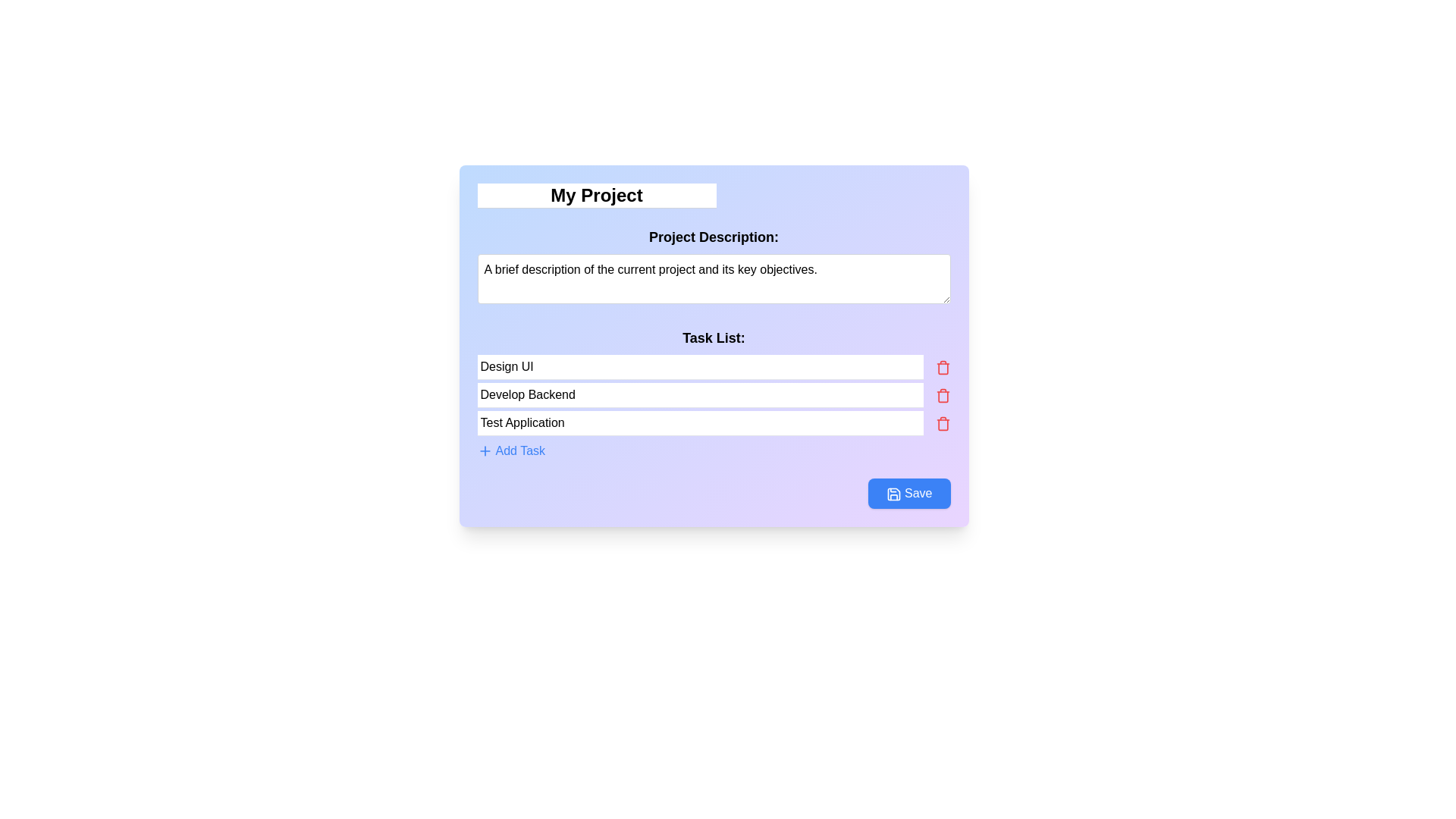  What do you see at coordinates (894, 494) in the screenshot?
I see `the decorative icon located at the left of the 'Save' button in the bottom-right corner of the interface` at bounding box center [894, 494].